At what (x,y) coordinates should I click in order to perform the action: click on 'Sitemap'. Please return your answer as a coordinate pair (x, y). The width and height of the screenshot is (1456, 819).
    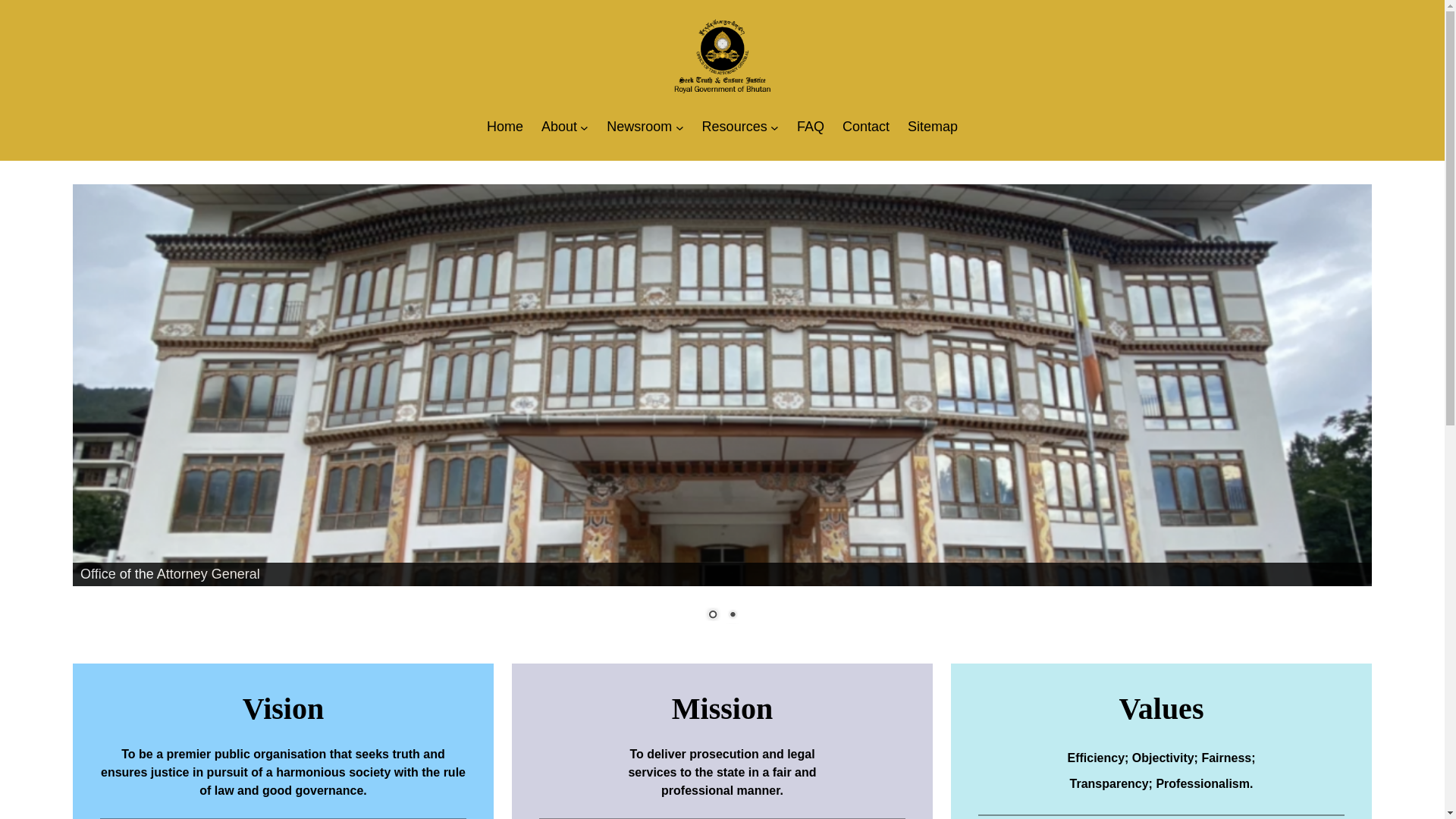
    Looking at the image, I should click on (931, 127).